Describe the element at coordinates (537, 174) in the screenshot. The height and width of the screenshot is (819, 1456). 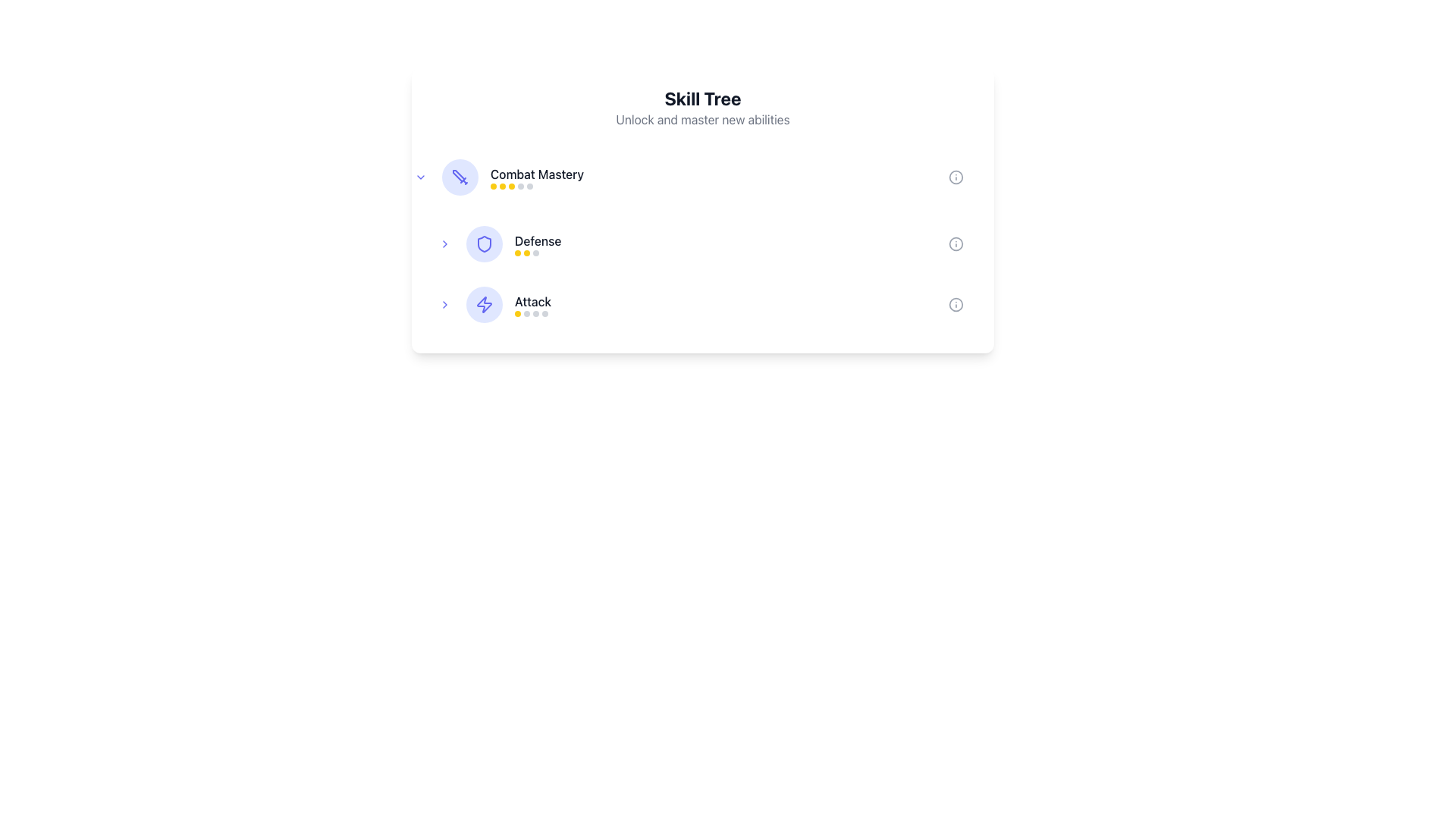
I see `the 'Combat Mastery' text label in the skill tree interface` at that location.